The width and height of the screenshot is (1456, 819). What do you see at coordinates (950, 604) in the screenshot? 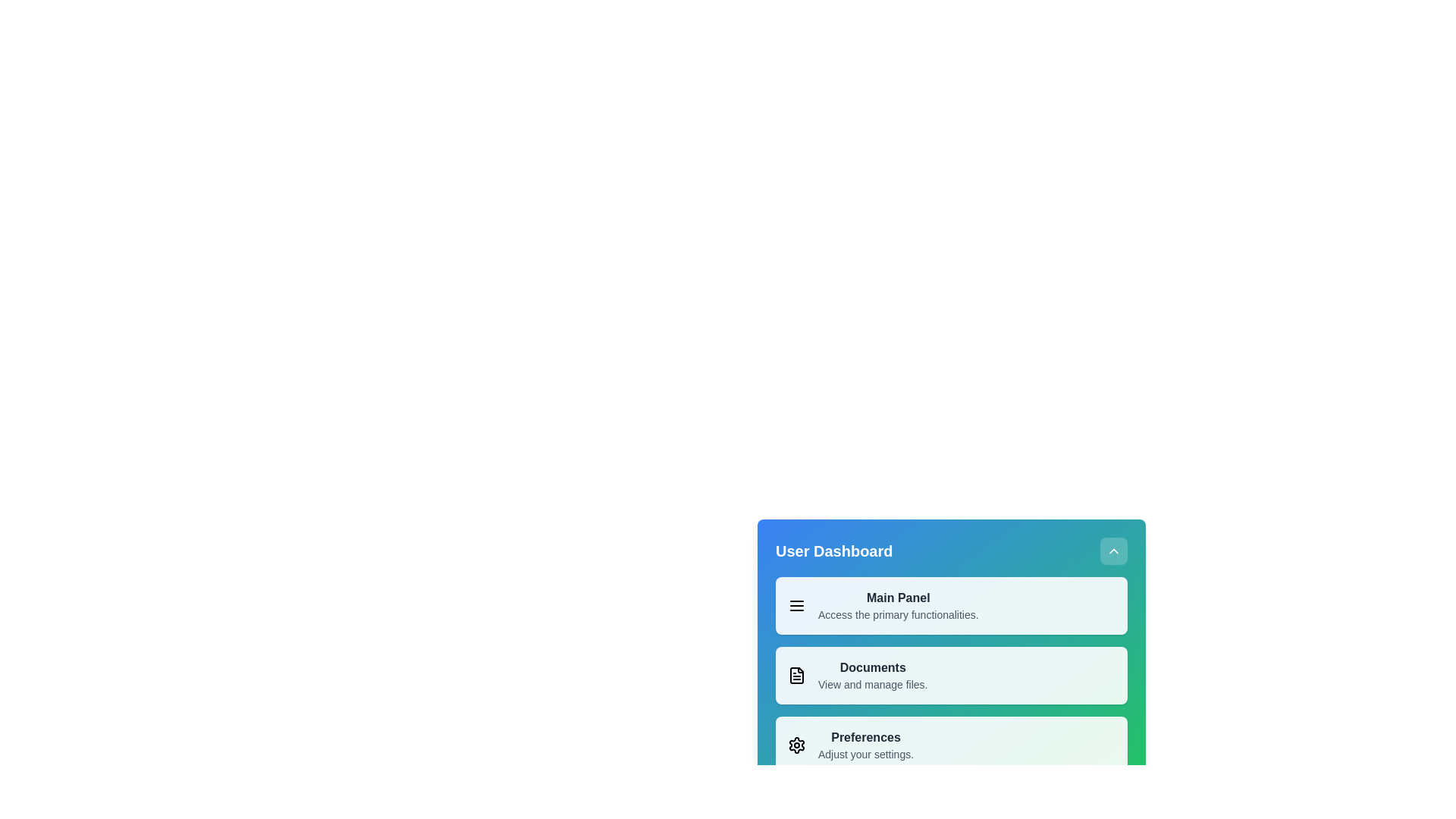
I see `the menu item labeled Main Panel` at bounding box center [950, 604].